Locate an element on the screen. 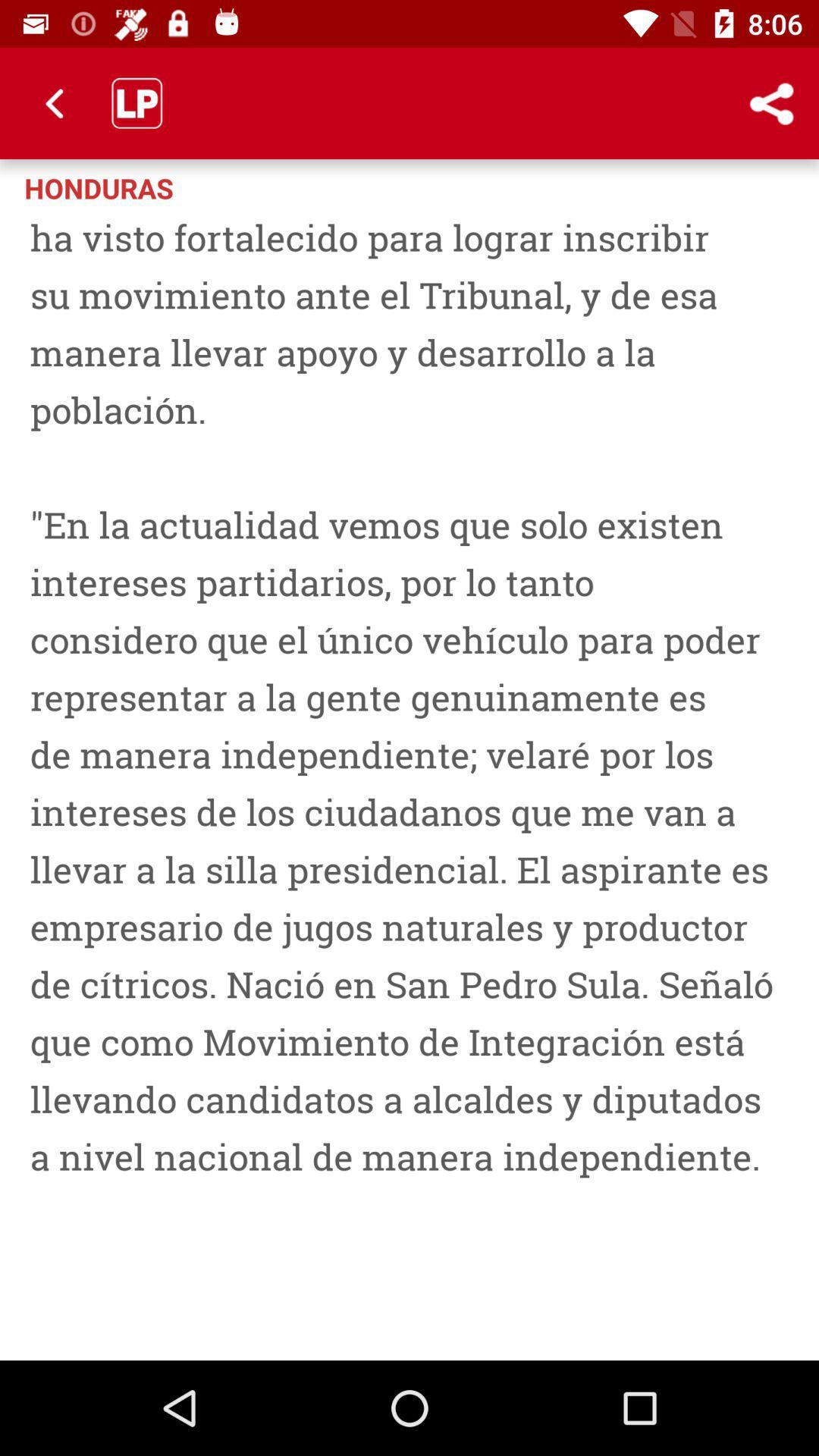 Image resolution: width=819 pixels, height=1456 pixels. the item next to honduras is located at coordinates (771, 102).